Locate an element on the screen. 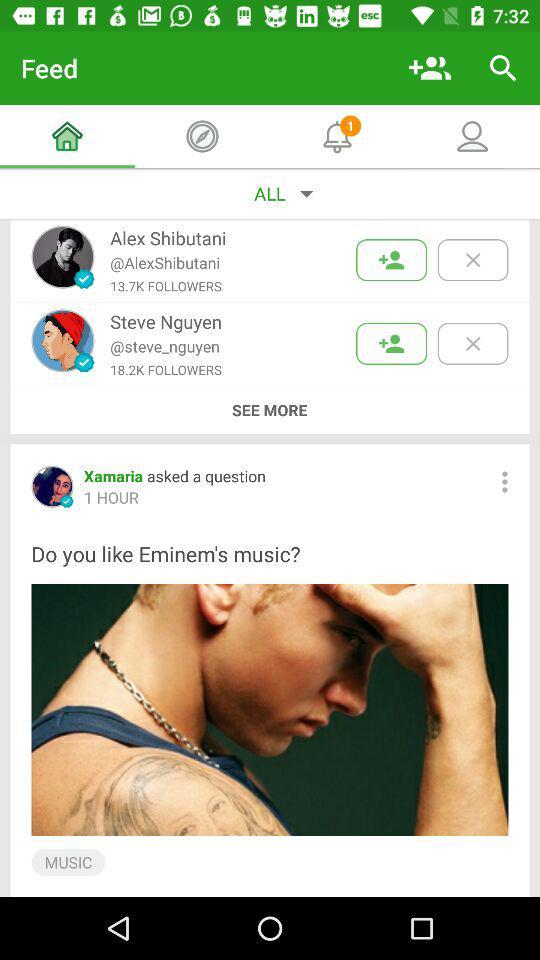 The height and width of the screenshot is (960, 540). user or send friend request is located at coordinates (391, 343).